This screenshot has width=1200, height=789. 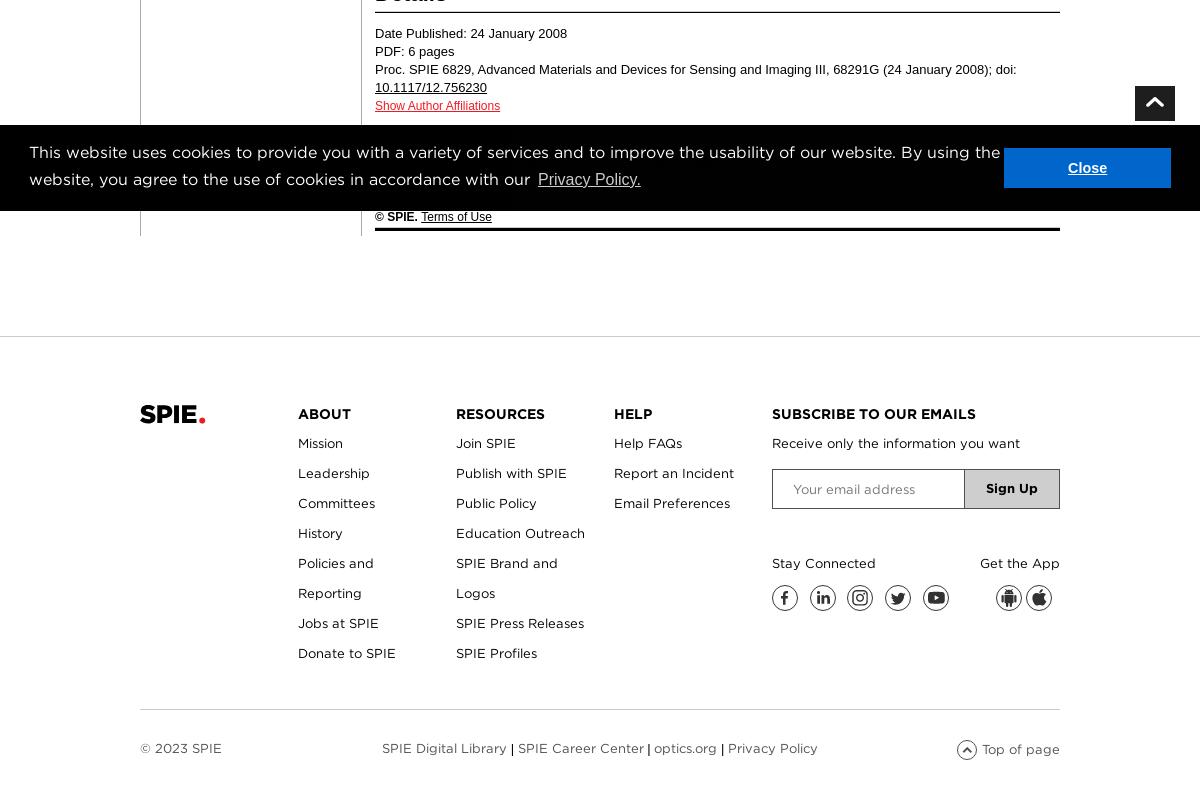 What do you see at coordinates (420, 215) in the screenshot?
I see `'Terms of Use'` at bounding box center [420, 215].